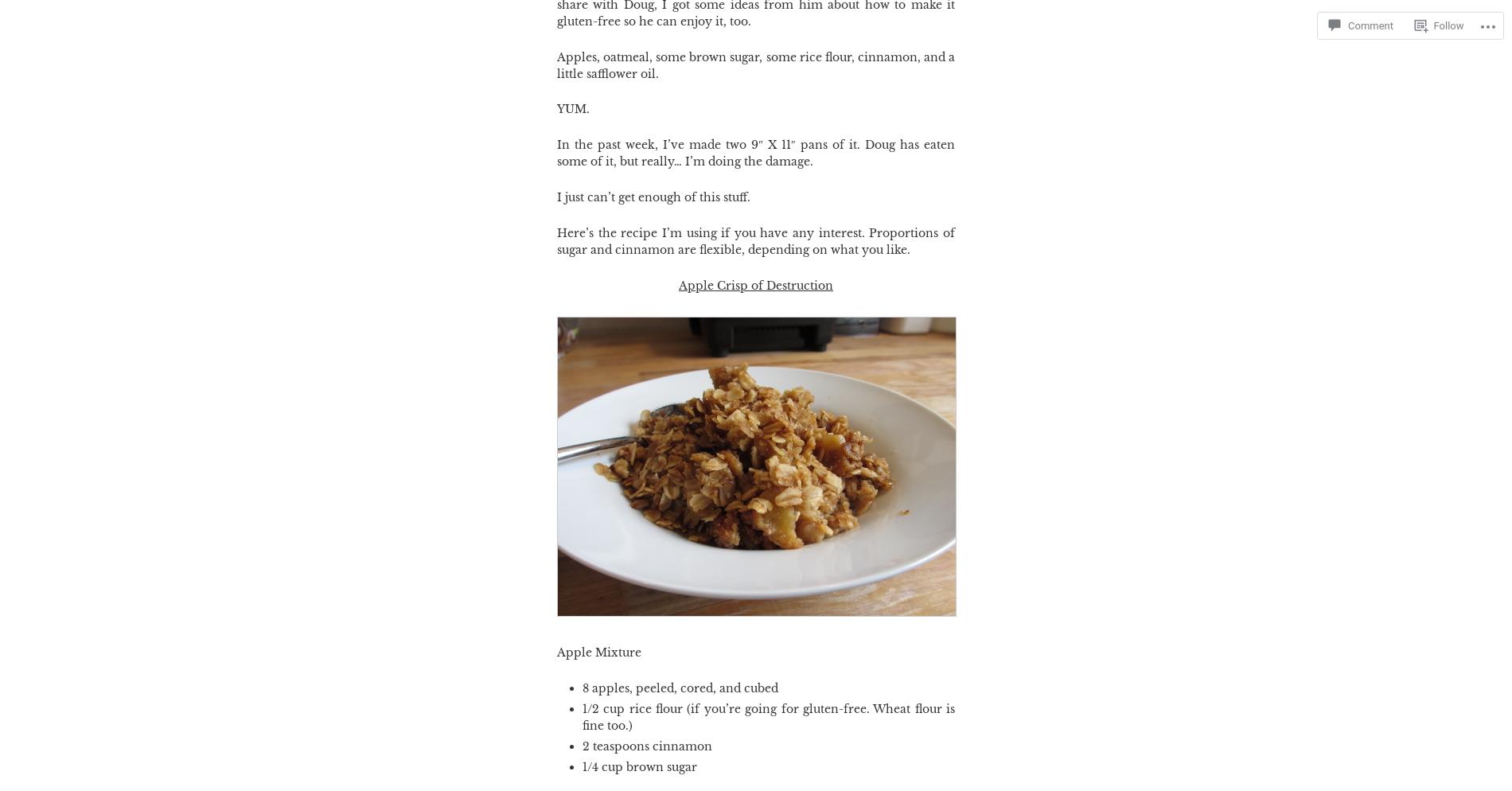 The image size is (1512, 791). What do you see at coordinates (653, 197) in the screenshot?
I see `'I just can’t get enough of this stuff.'` at bounding box center [653, 197].